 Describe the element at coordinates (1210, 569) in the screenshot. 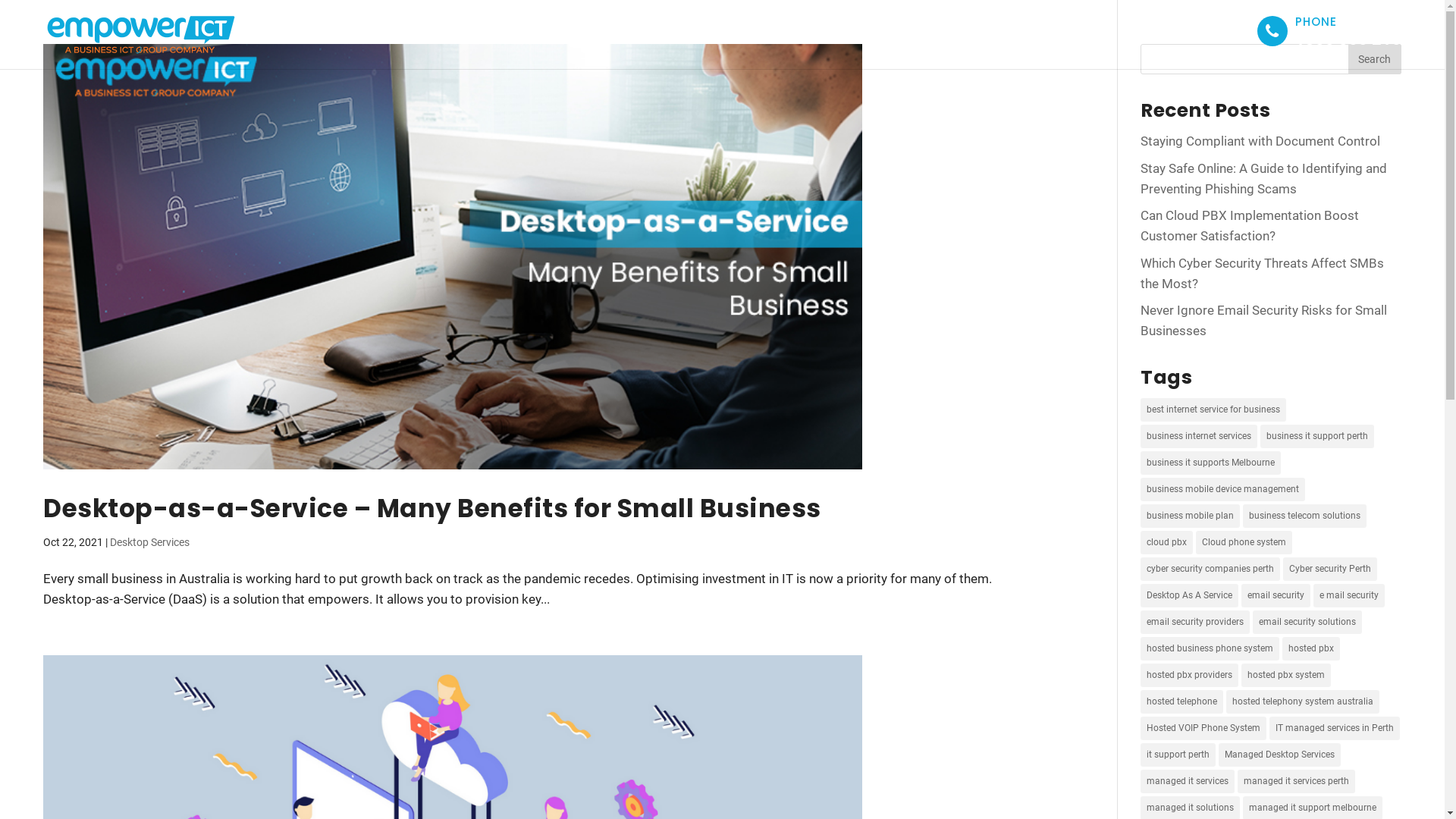

I see `'cyber security companies perth'` at that location.